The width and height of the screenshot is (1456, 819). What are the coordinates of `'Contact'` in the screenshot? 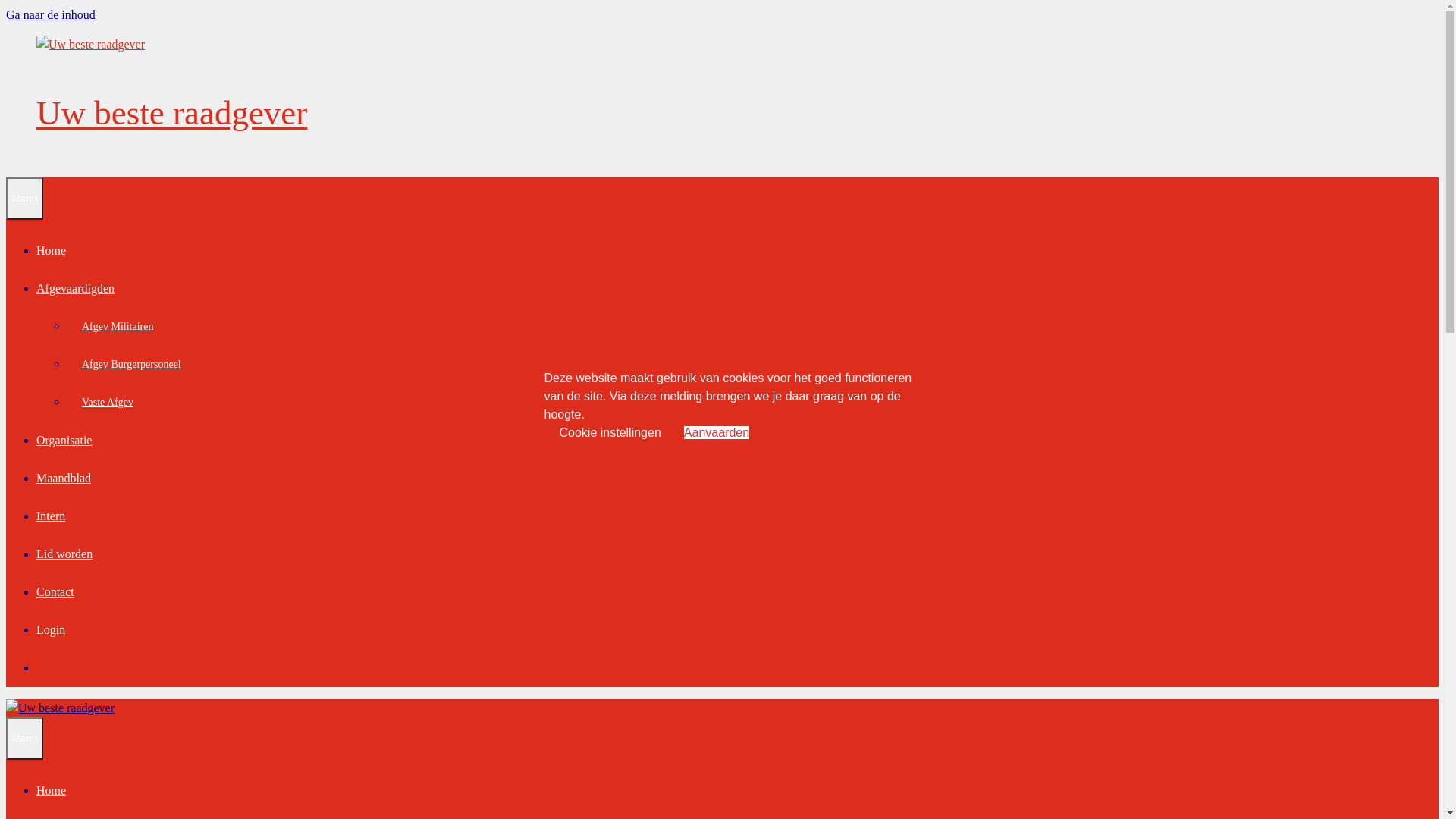 It's located at (55, 591).